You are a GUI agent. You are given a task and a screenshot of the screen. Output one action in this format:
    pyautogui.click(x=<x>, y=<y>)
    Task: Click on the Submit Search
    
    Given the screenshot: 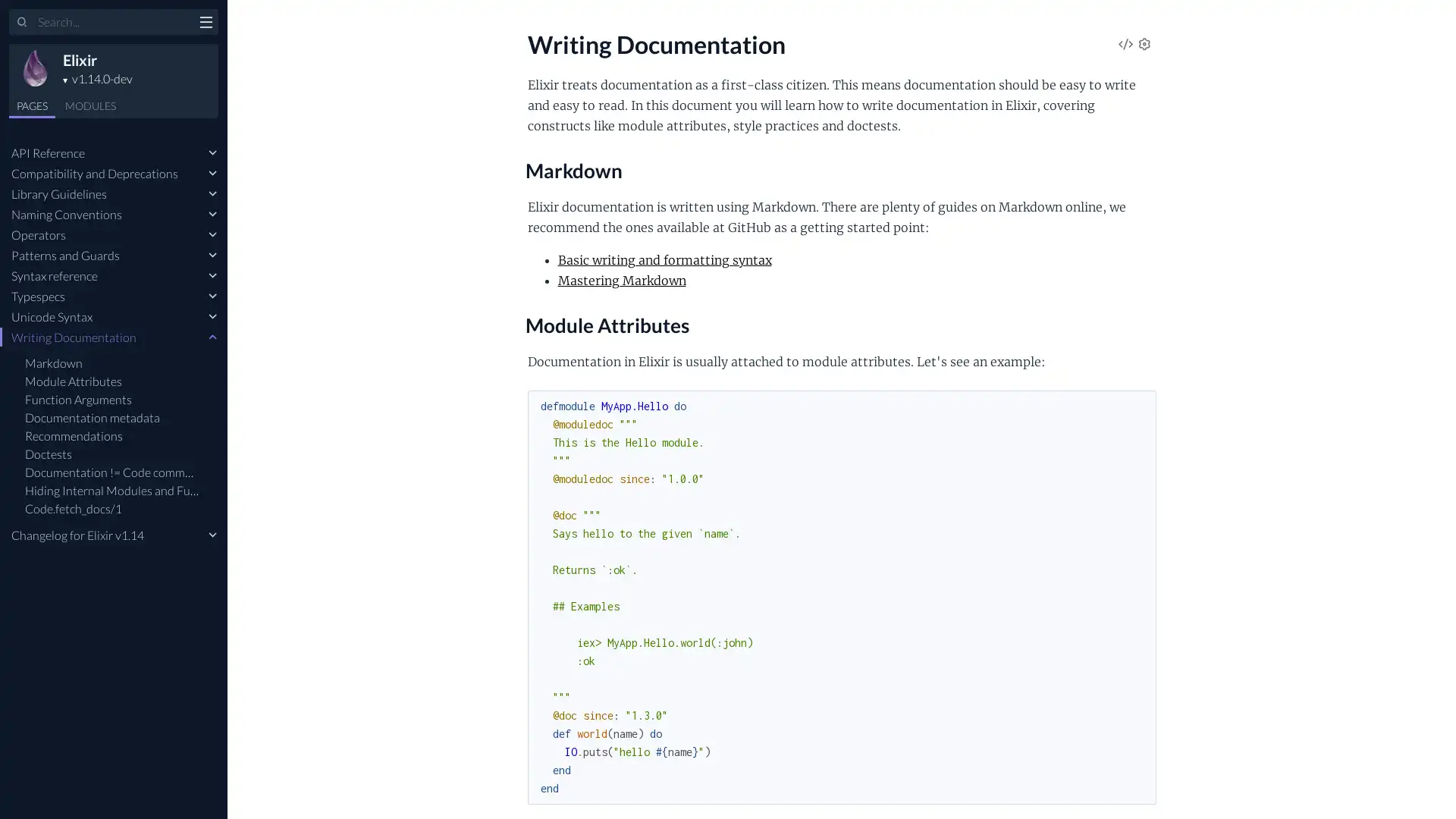 What is the action you would take?
    pyautogui.click(x=22, y=23)
    